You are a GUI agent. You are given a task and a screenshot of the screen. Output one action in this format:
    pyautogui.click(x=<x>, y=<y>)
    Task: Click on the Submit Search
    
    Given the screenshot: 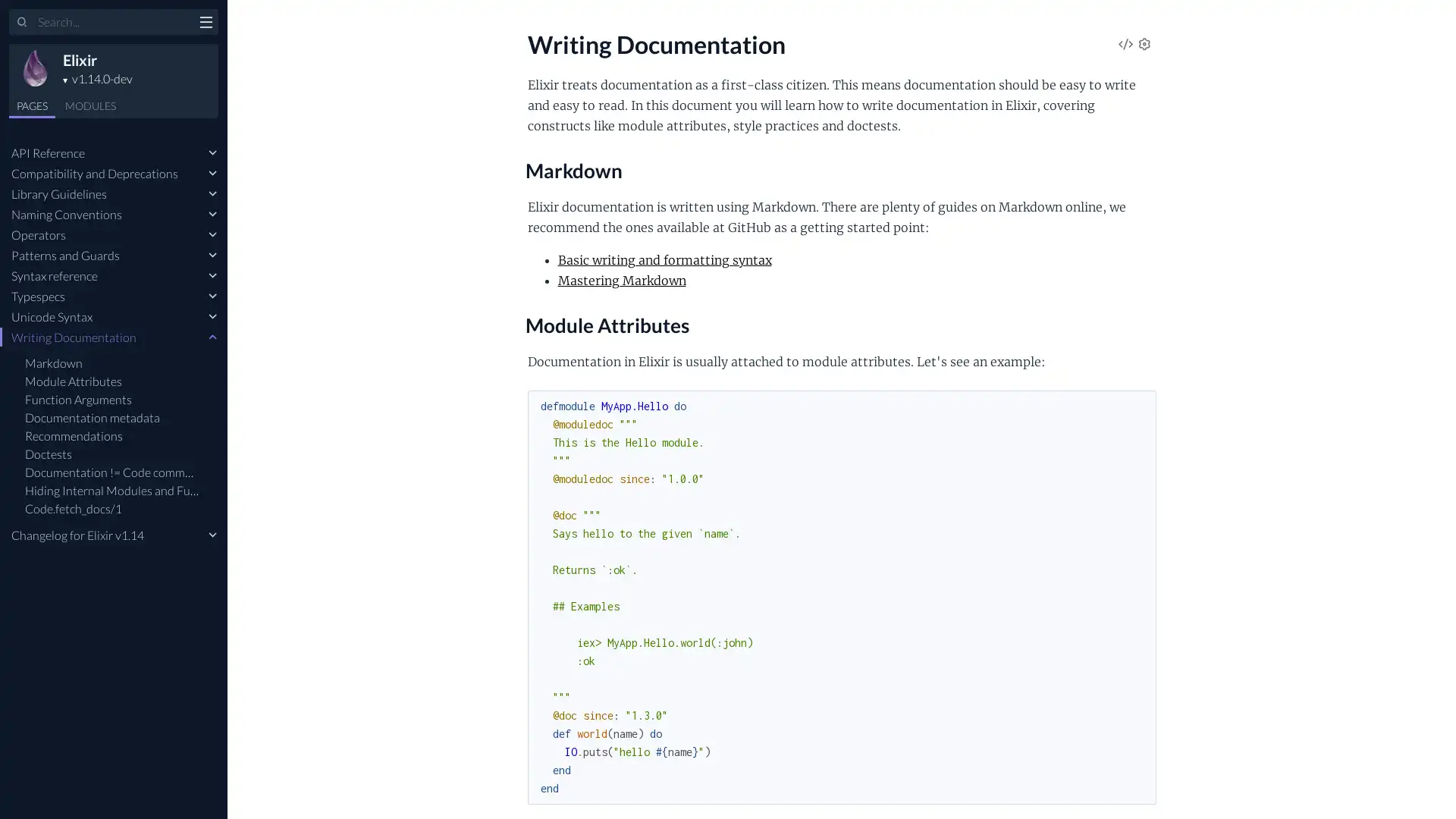 What is the action you would take?
    pyautogui.click(x=22, y=23)
    